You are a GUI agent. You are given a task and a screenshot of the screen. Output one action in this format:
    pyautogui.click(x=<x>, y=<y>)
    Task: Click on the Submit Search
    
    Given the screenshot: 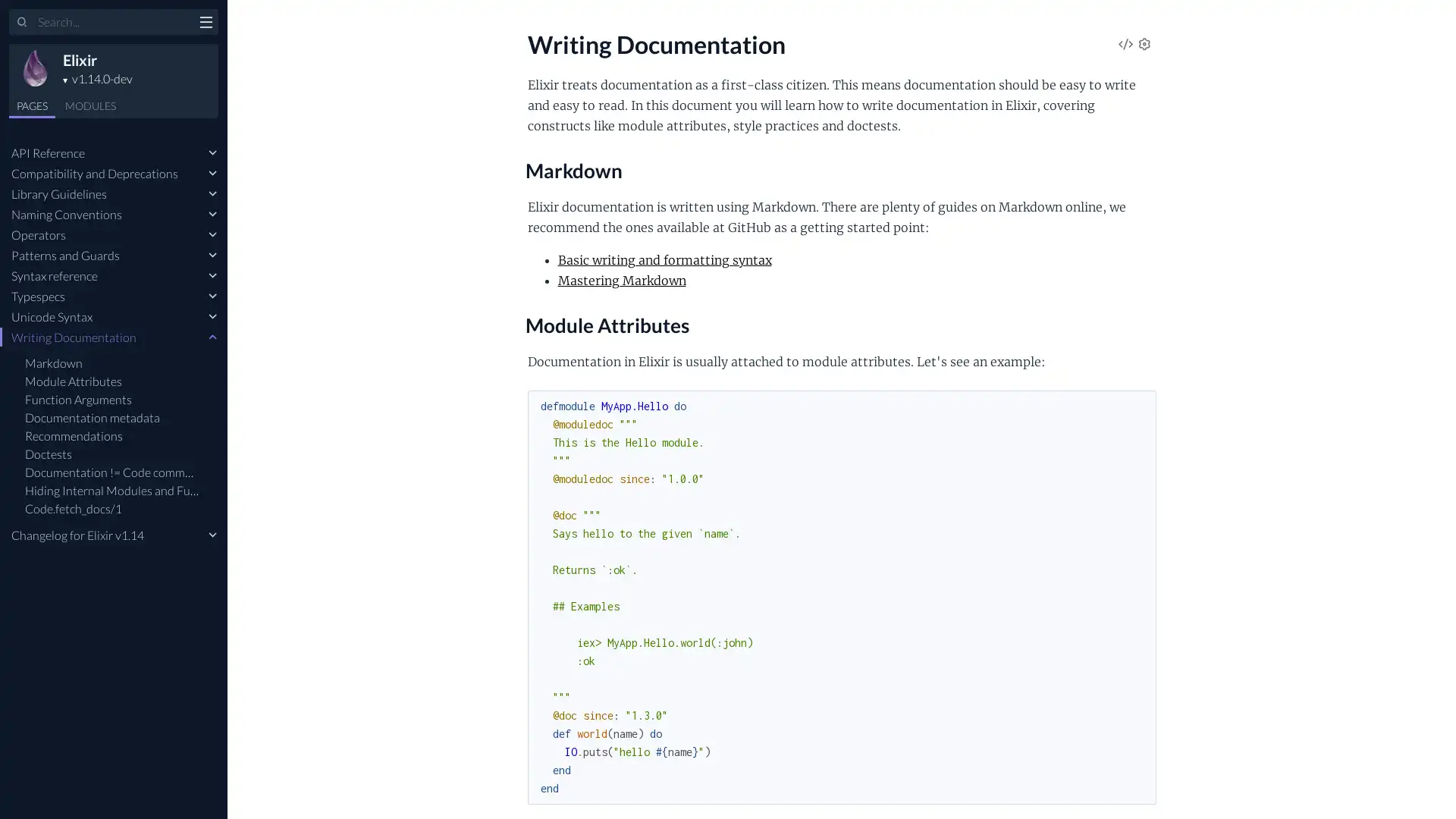 What is the action you would take?
    pyautogui.click(x=22, y=23)
    